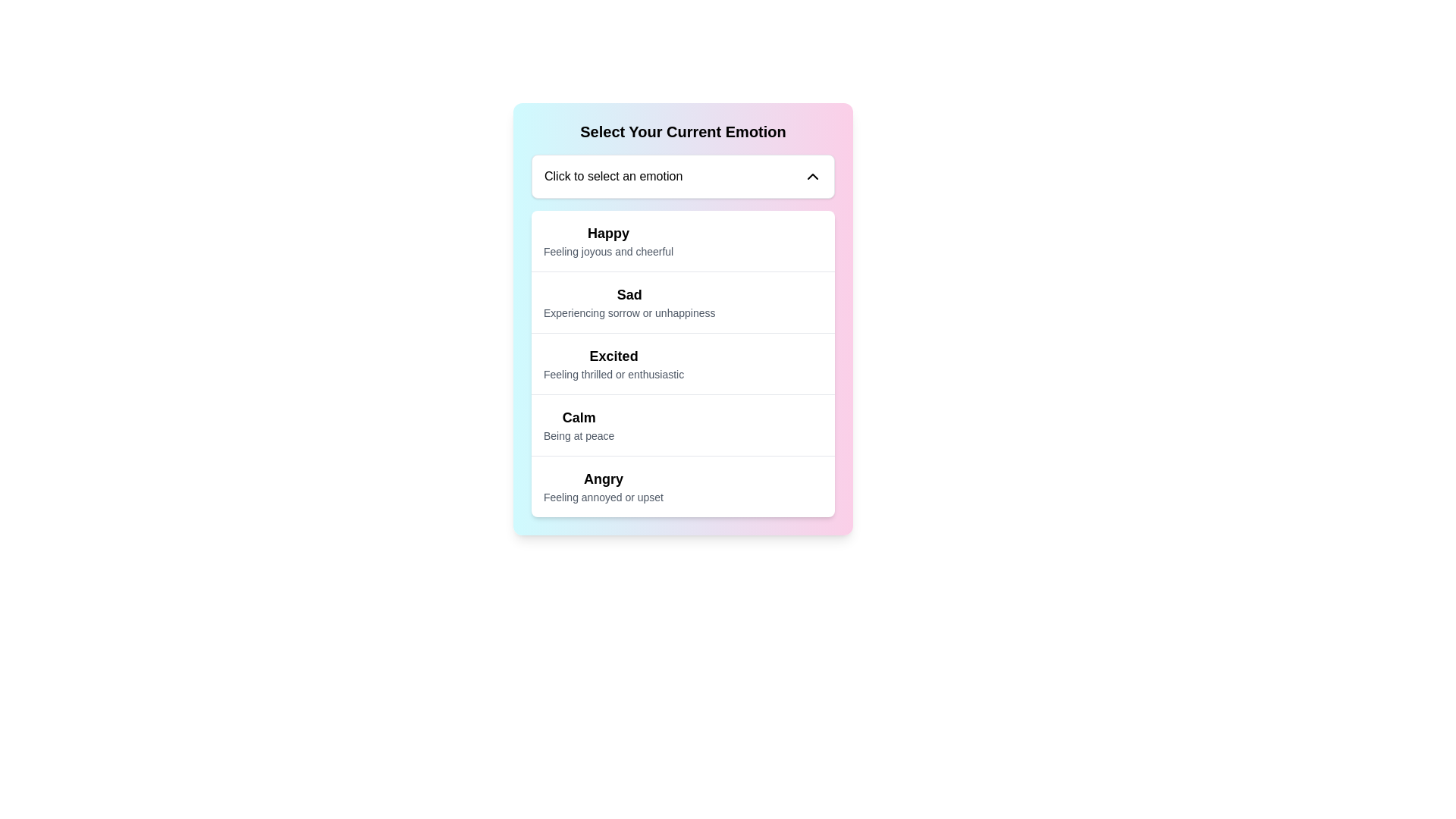 The width and height of the screenshot is (1456, 819). What do you see at coordinates (682, 363) in the screenshot?
I see `the 'Excited' emotion list item, which is the third item in a vertically stacked list of emotions` at bounding box center [682, 363].